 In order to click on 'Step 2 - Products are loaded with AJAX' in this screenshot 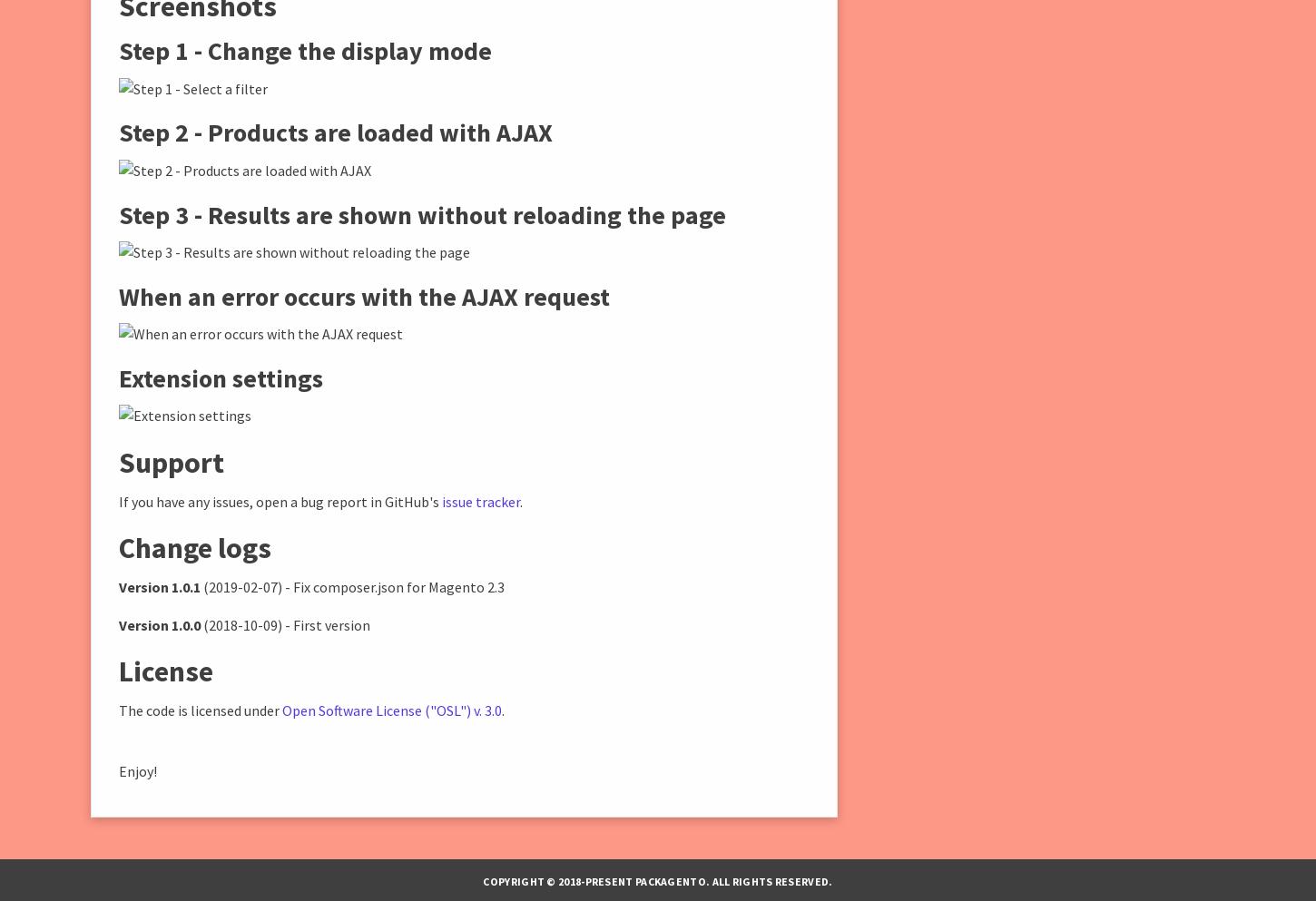, I will do `click(335, 132)`.